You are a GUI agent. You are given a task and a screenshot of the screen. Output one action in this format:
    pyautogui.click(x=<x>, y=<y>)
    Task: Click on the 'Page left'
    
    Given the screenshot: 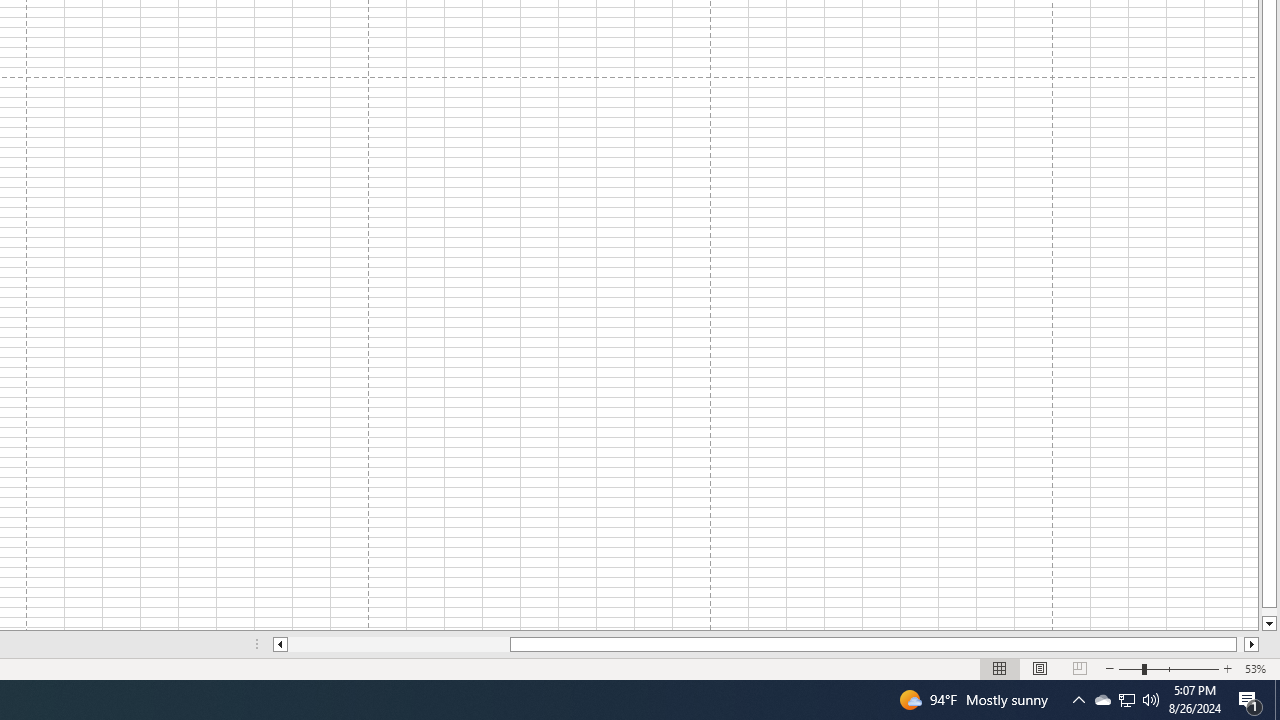 What is the action you would take?
    pyautogui.click(x=398, y=644)
    